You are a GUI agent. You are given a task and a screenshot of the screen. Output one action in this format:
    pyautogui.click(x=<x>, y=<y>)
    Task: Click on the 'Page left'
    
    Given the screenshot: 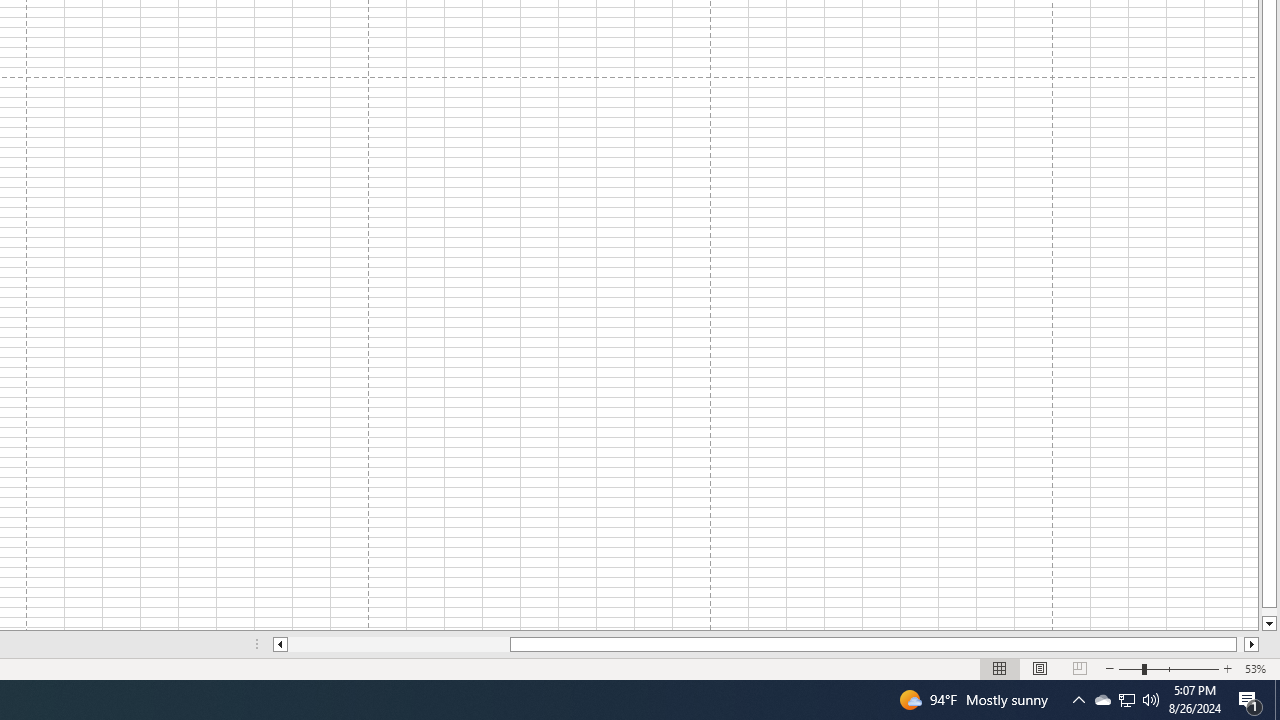 What is the action you would take?
    pyautogui.click(x=398, y=644)
    